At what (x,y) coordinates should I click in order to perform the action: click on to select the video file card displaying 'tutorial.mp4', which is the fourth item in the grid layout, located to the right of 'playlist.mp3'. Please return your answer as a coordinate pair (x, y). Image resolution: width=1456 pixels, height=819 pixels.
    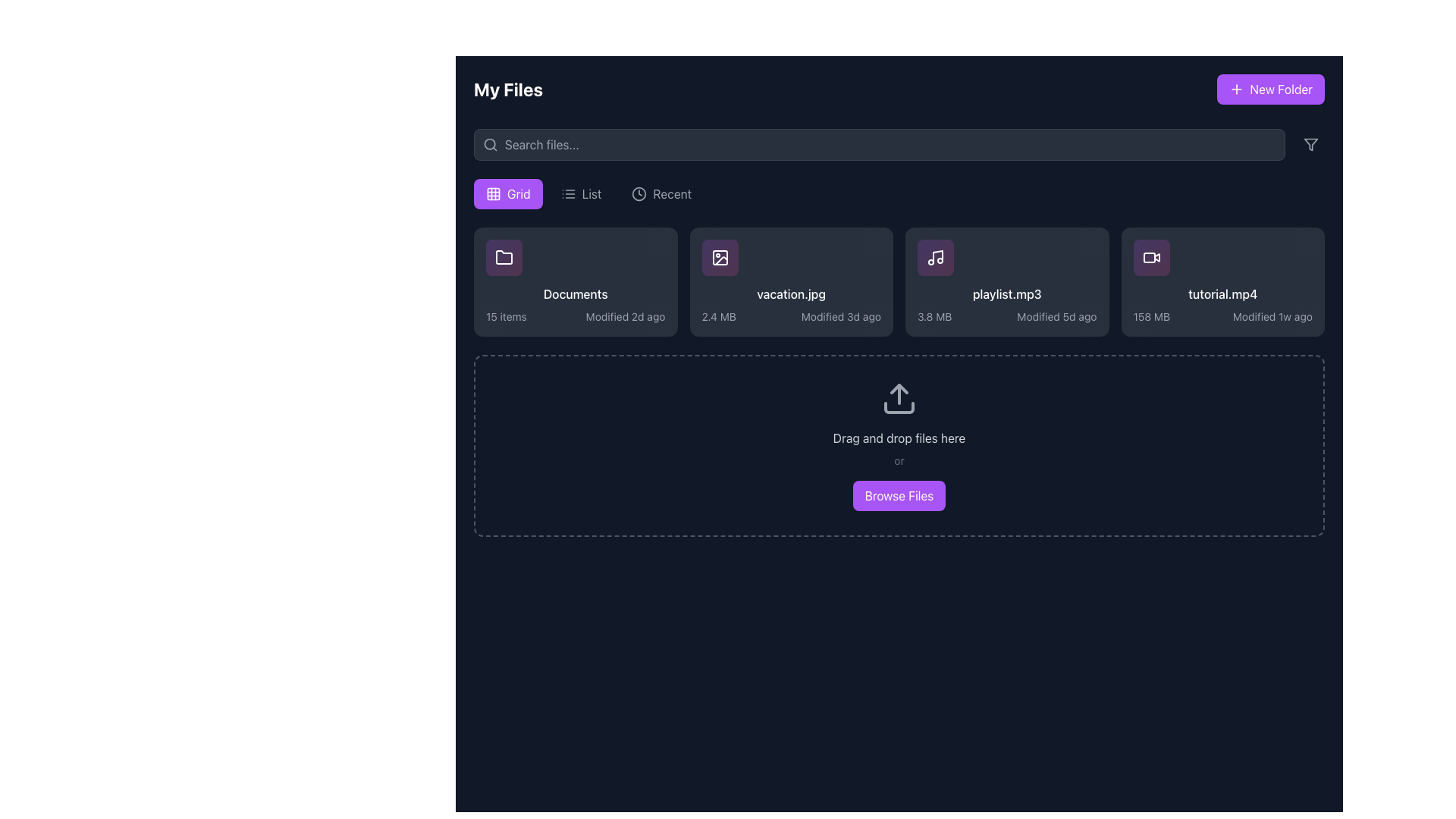
    Looking at the image, I should click on (1222, 281).